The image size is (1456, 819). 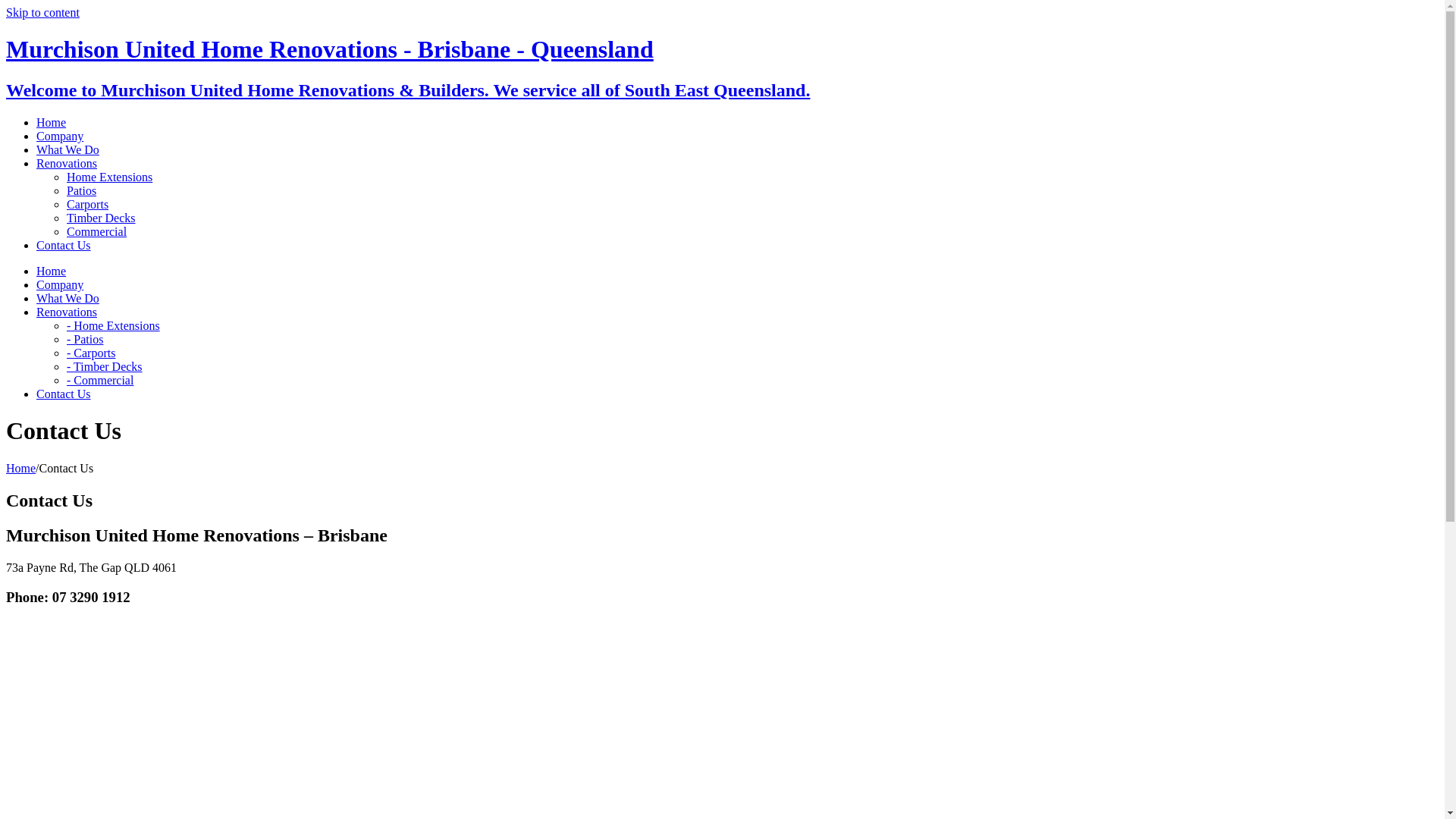 I want to click on '- Home Extensions', so click(x=112, y=325).